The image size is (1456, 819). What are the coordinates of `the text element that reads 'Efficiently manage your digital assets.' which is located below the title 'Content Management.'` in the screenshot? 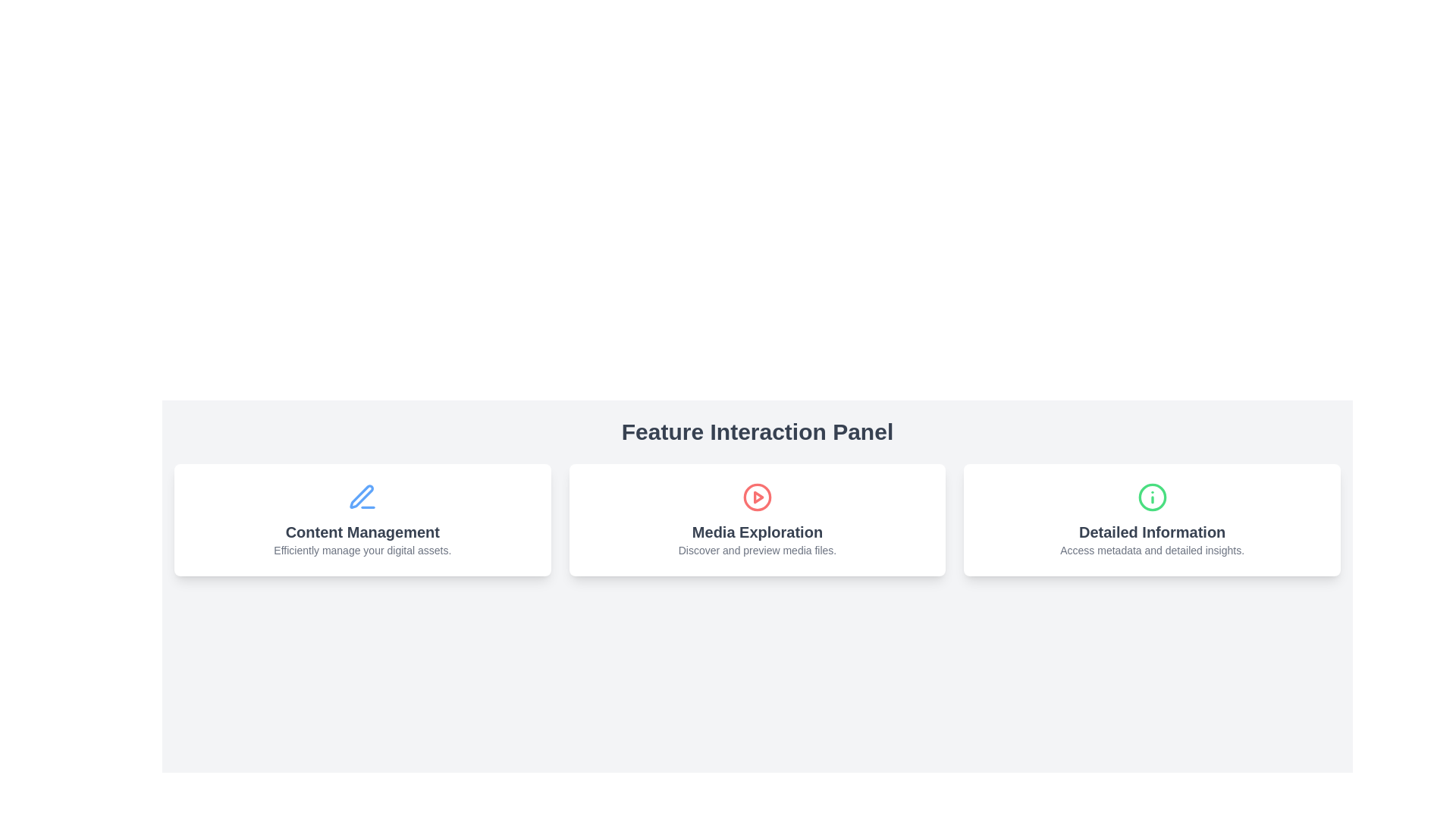 It's located at (362, 550).